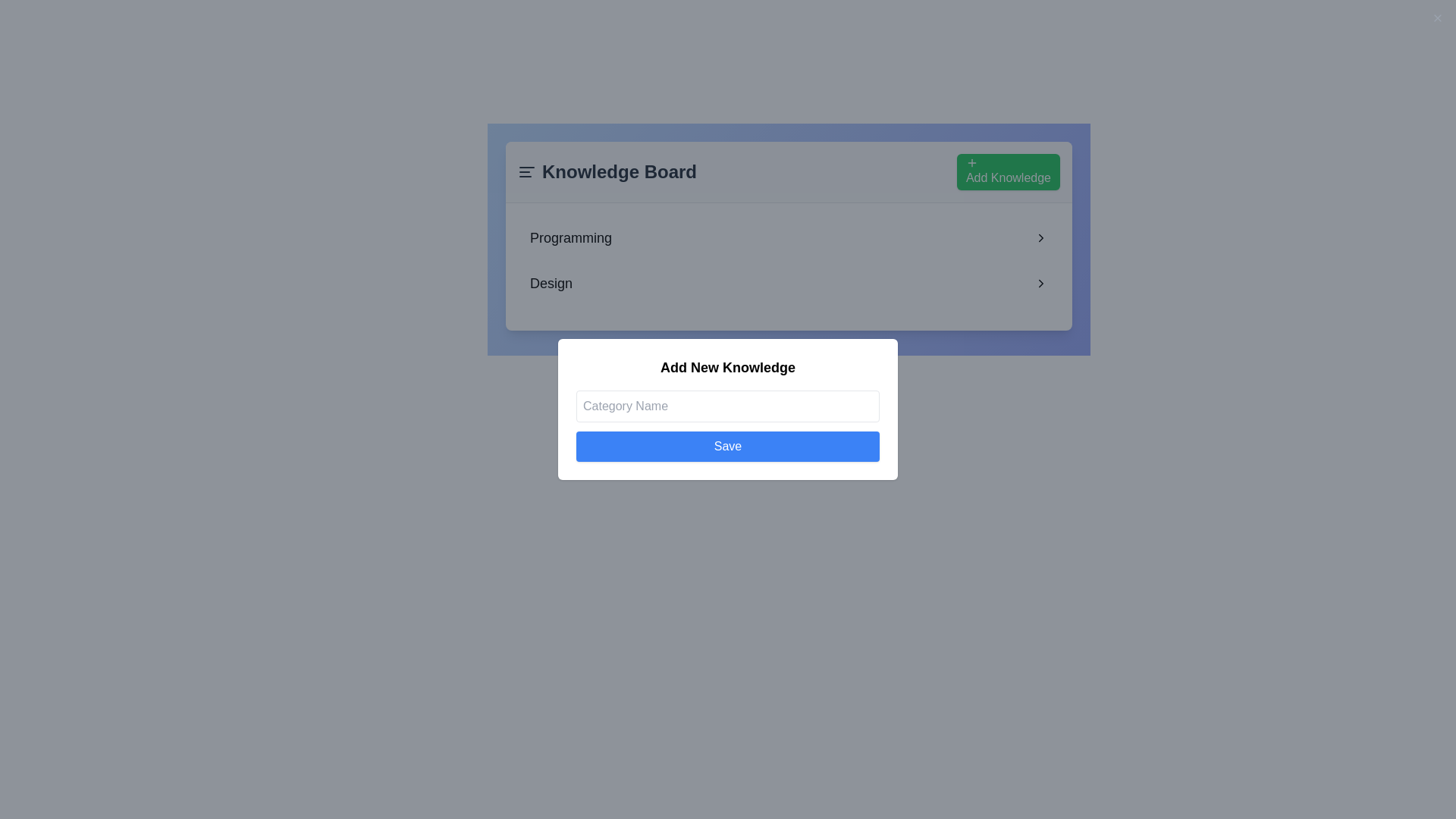 The width and height of the screenshot is (1456, 819). What do you see at coordinates (1040, 237) in the screenshot?
I see `the rightward chevron icon, which is the navigational control positioned to the right of the text 'Programming' within the 'Knowledge Board' card` at bounding box center [1040, 237].